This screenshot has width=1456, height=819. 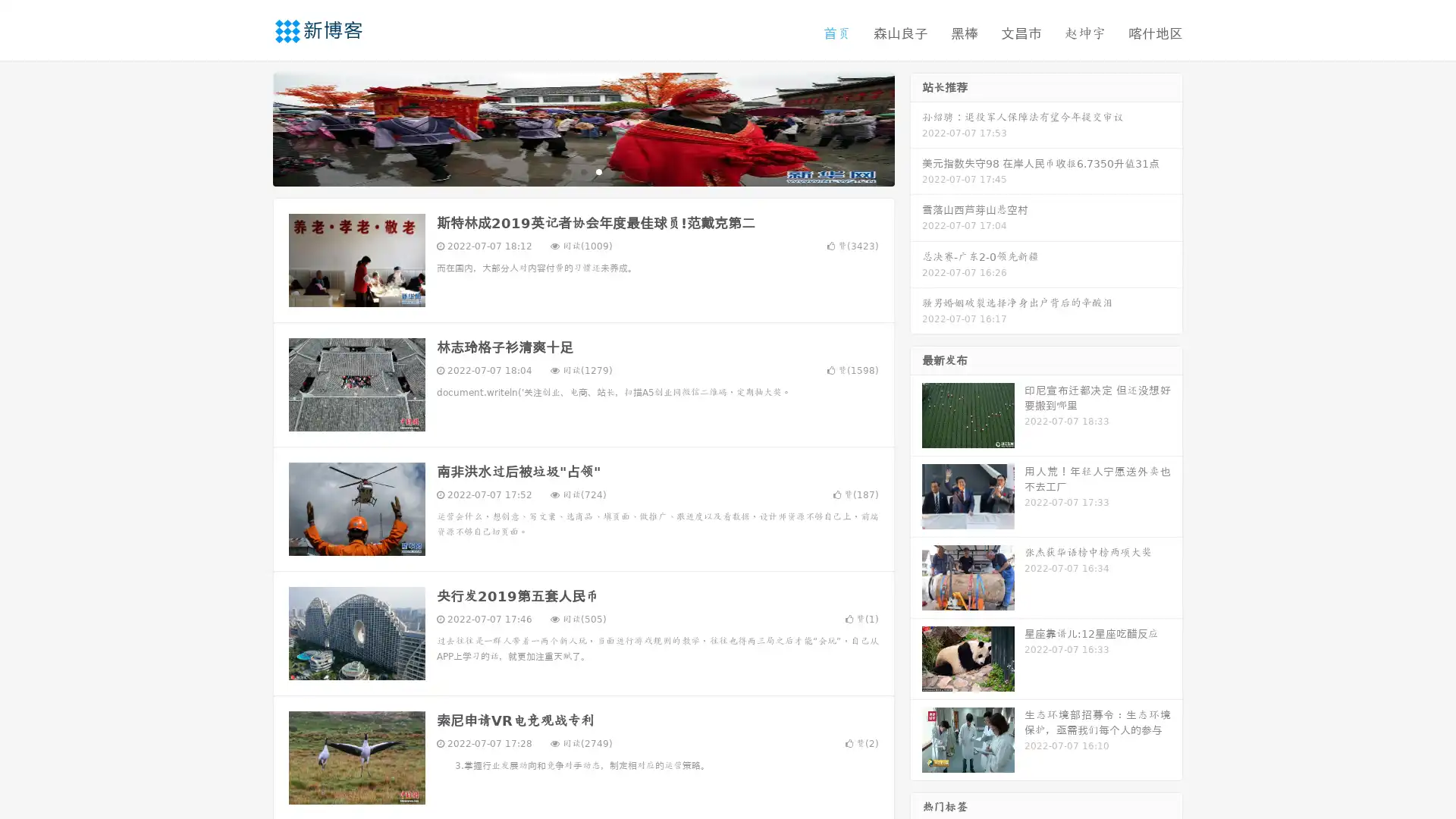 I want to click on Go to slide 1, so click(x=567, y=171).